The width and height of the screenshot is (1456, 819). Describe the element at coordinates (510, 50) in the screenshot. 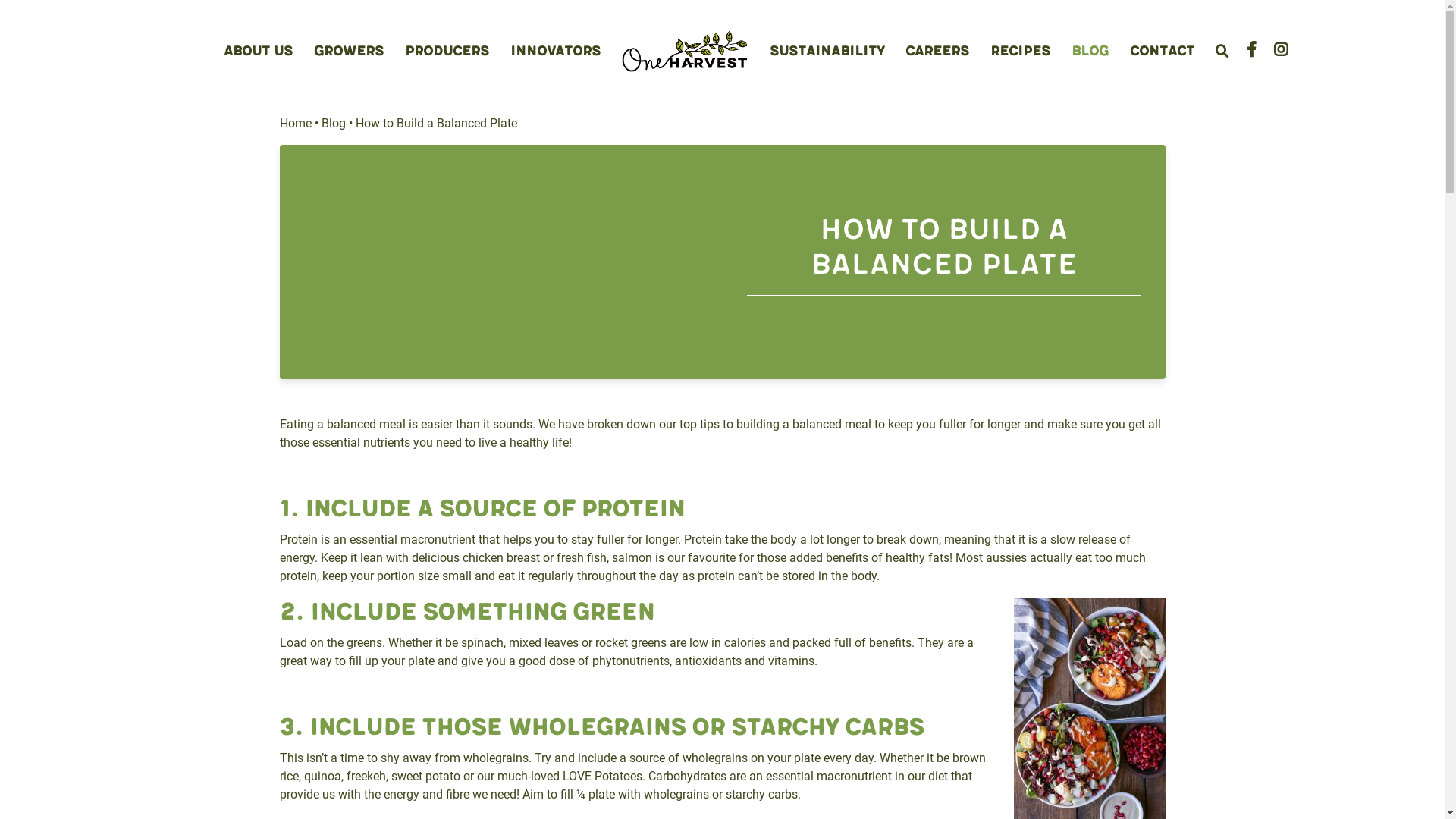

I see `'INNOVATORS'` at that location.